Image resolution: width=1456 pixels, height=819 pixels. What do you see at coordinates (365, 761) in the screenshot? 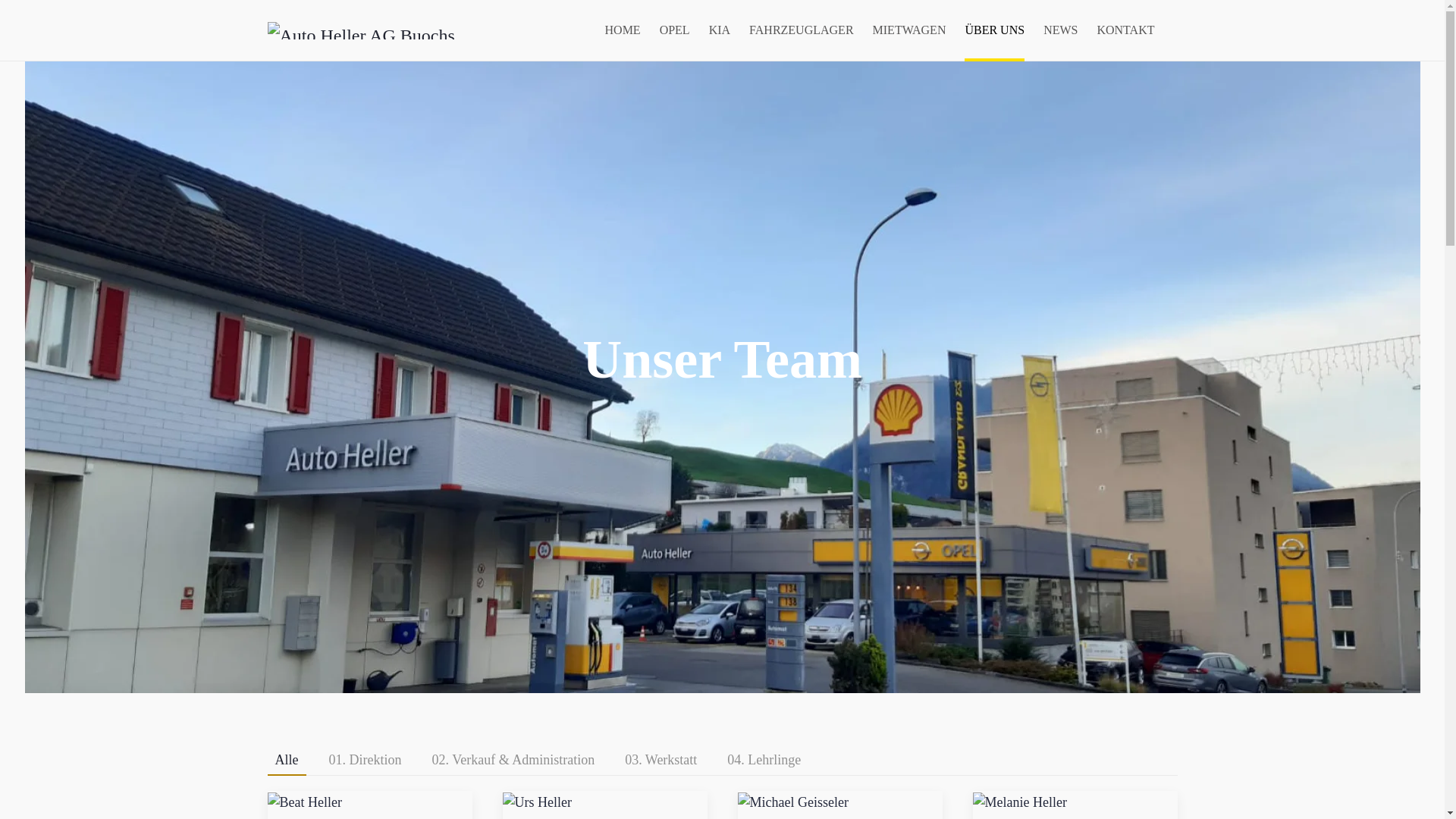
I see `'01. Direktion'` at bounding box center [365, 761].